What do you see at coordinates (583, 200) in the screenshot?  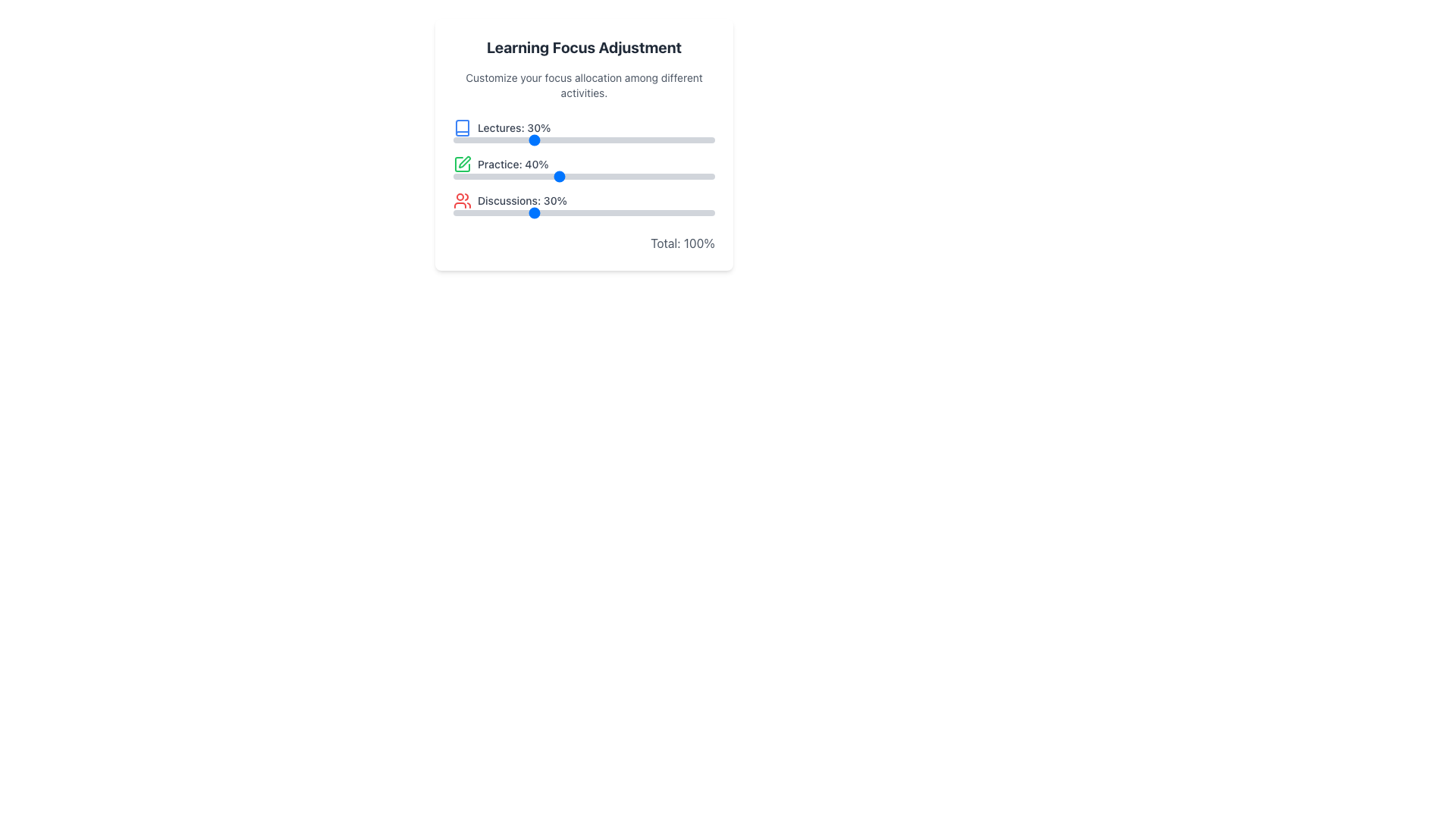 I see `the Information Display Block that shows 'Discussions: 30%' with a red icon representing a group of people, positioned below 'Learning Focus Adjustment.'` at bounding box center [583, 200].